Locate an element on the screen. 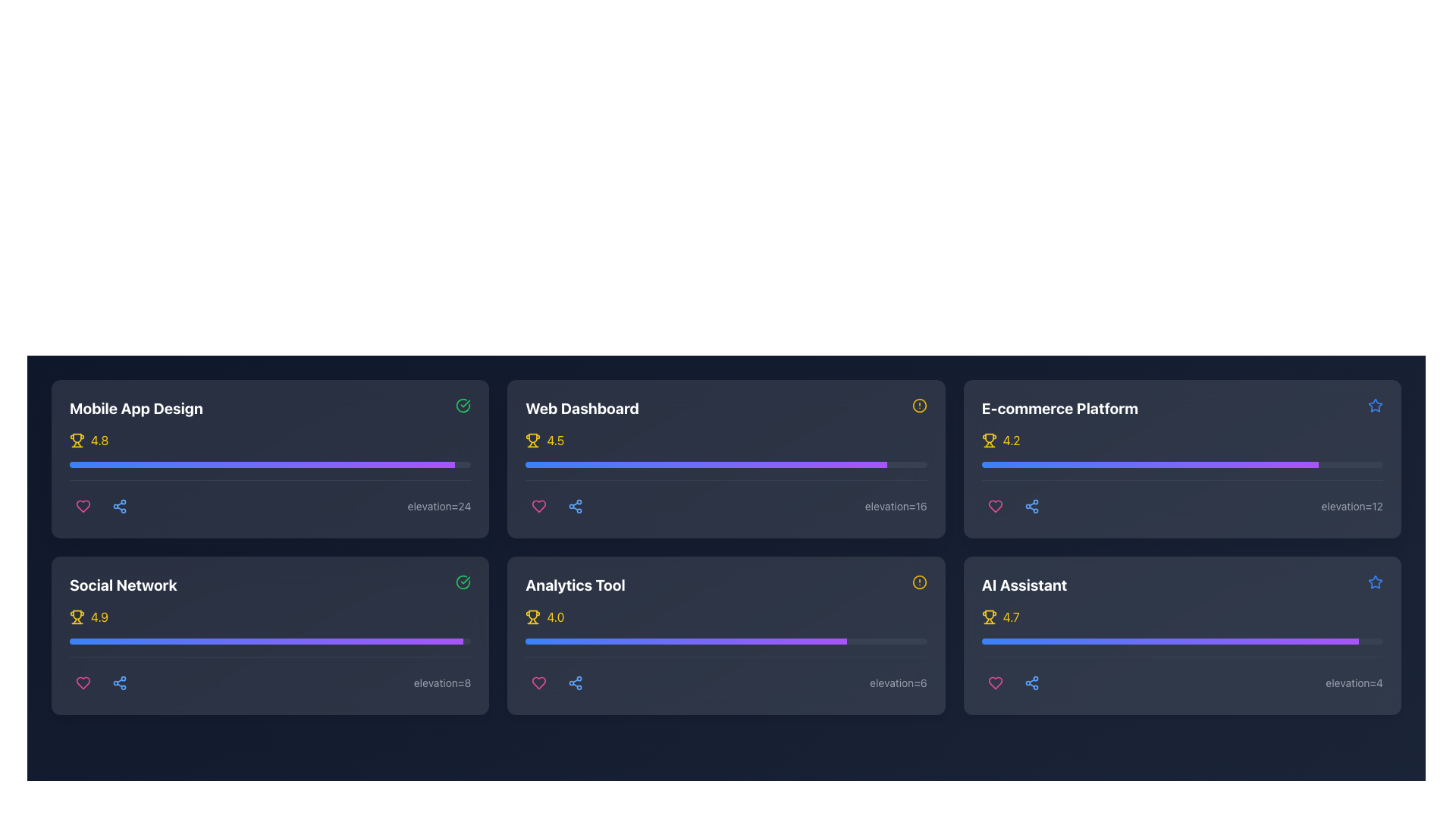  the 'Share' button located at the bottom of the 'Web Dashboard' card is located at coordinates (575, 506).